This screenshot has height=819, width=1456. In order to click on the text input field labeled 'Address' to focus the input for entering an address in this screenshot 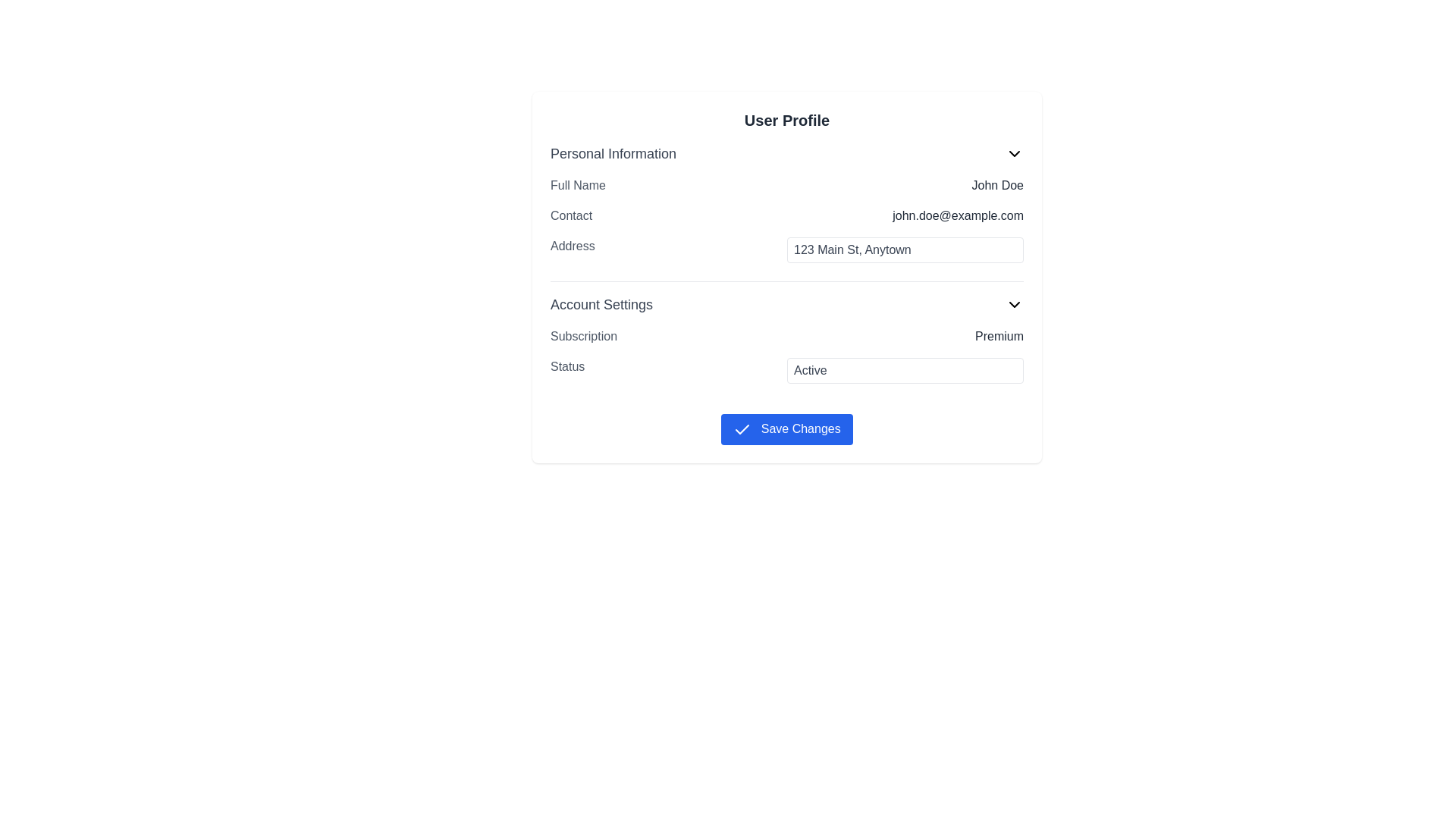, I will do `click(905, 249)`.